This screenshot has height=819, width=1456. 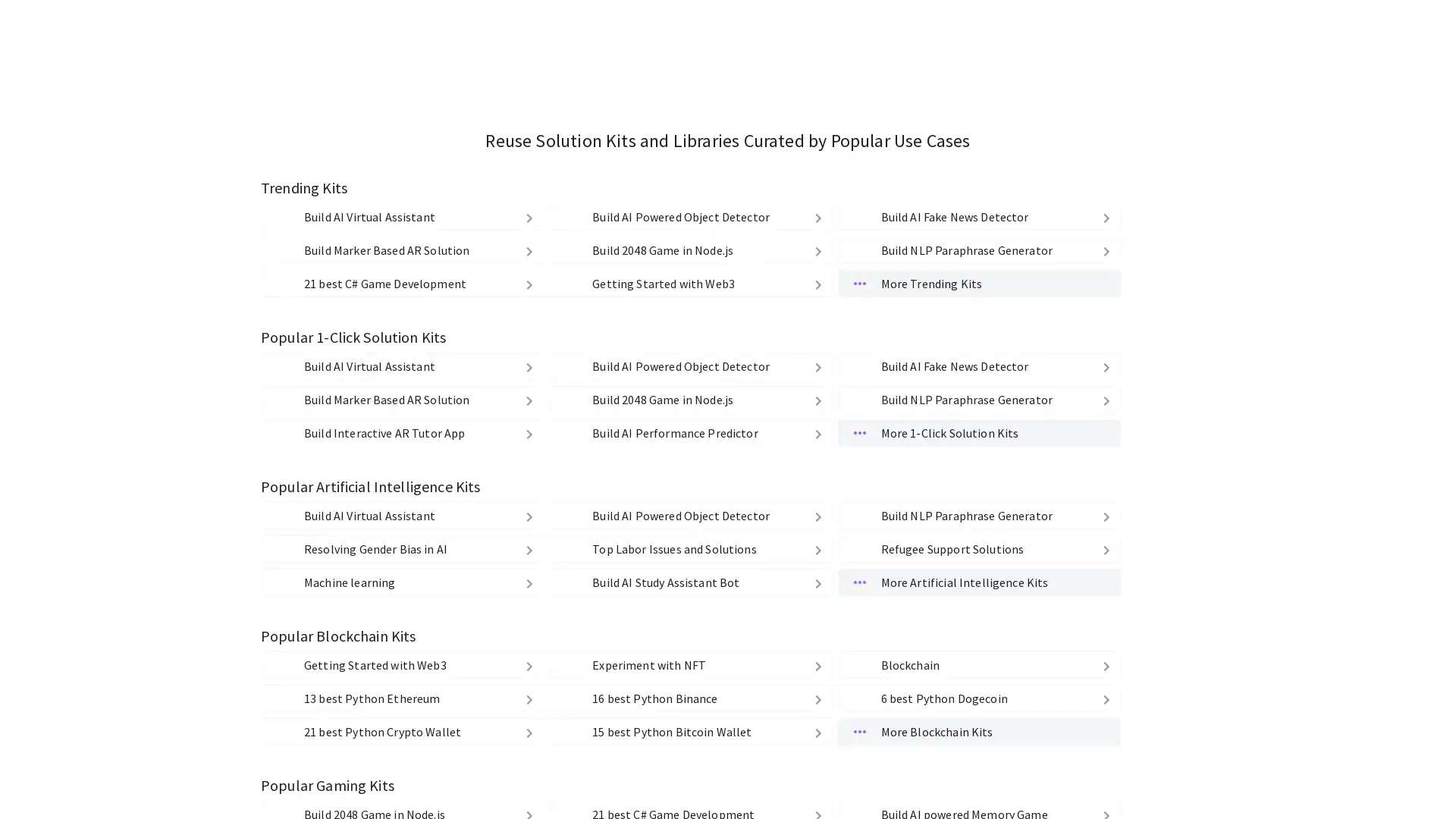 I want to click on Source Code Source Code, so click(x=861, y=447).